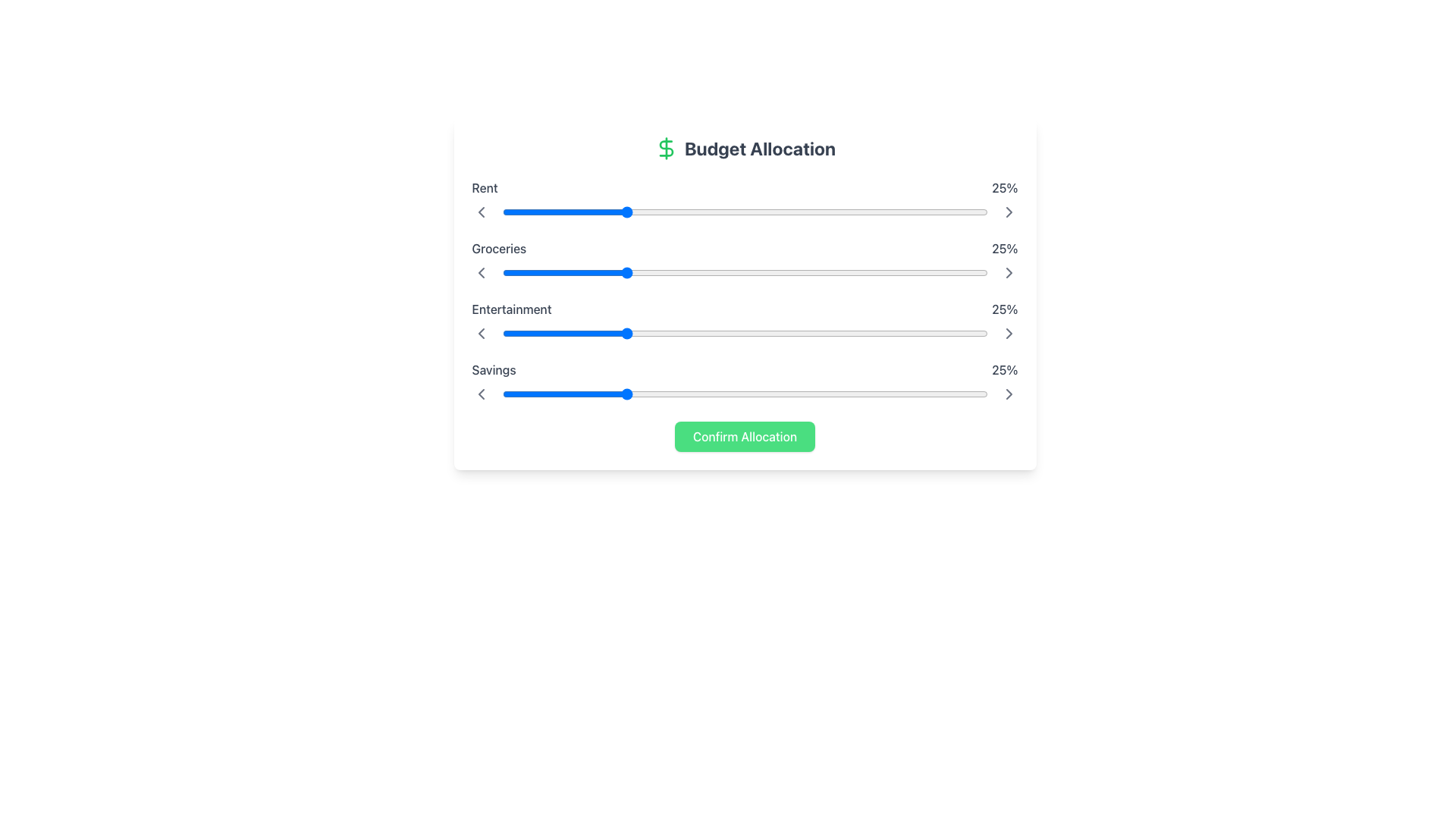 Image resolution: width=1456 pixels, height=819 pixels. I want to click on the label displaying 'Groceries' and '25%' in the Budget Allocation panel, which is located centrally above a slider and positioned between 'Rent' and 'Entertainment', so click(745, 247).